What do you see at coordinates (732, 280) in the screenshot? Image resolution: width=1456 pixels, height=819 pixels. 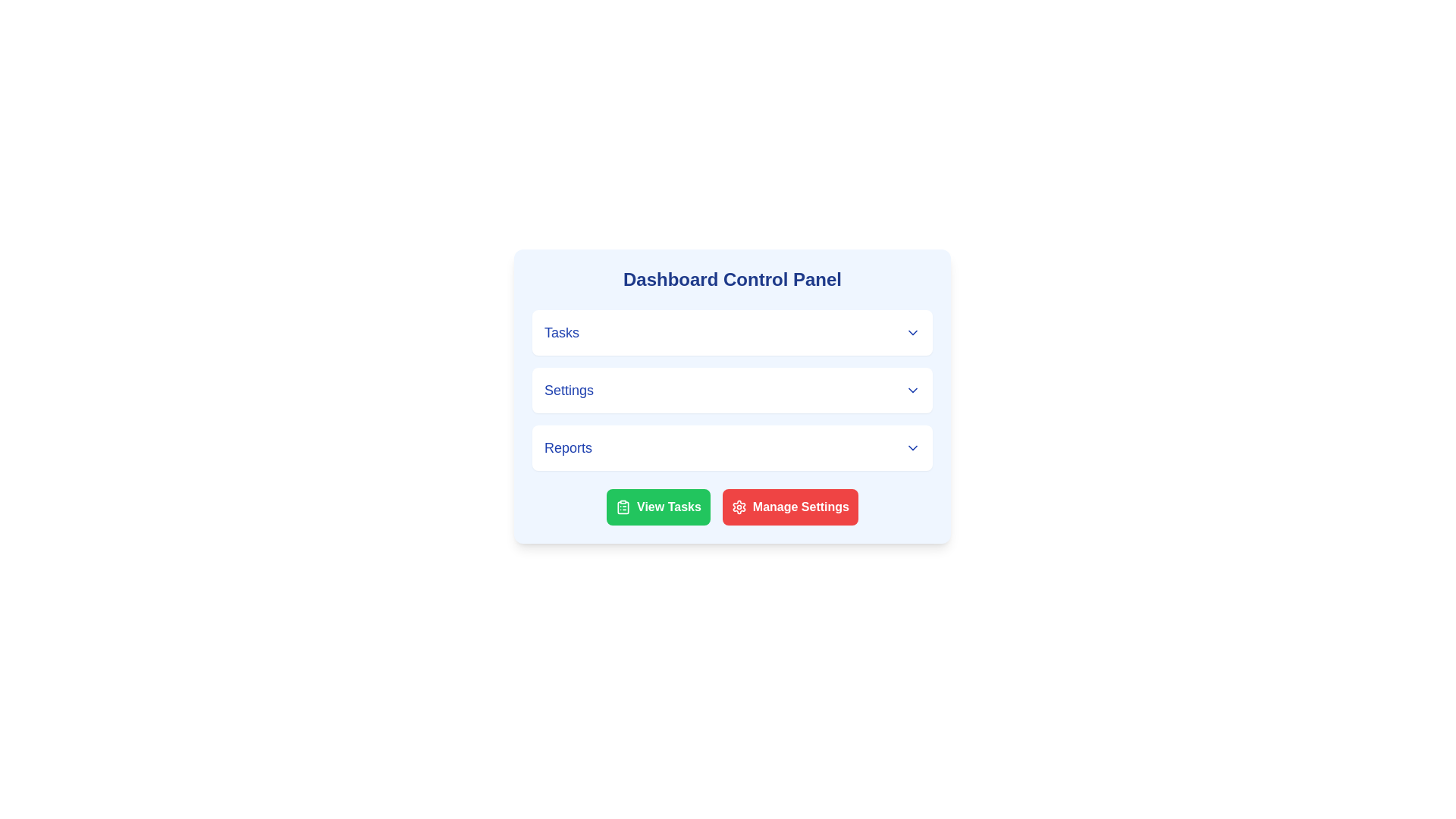 I see `text of the Heading element located at the top of the panel, which serves as the title for the panel and spans horizontally above the buttons labeled 'Tasks', 'Settings', and 'Reports'` at bounding box center [732, 280].